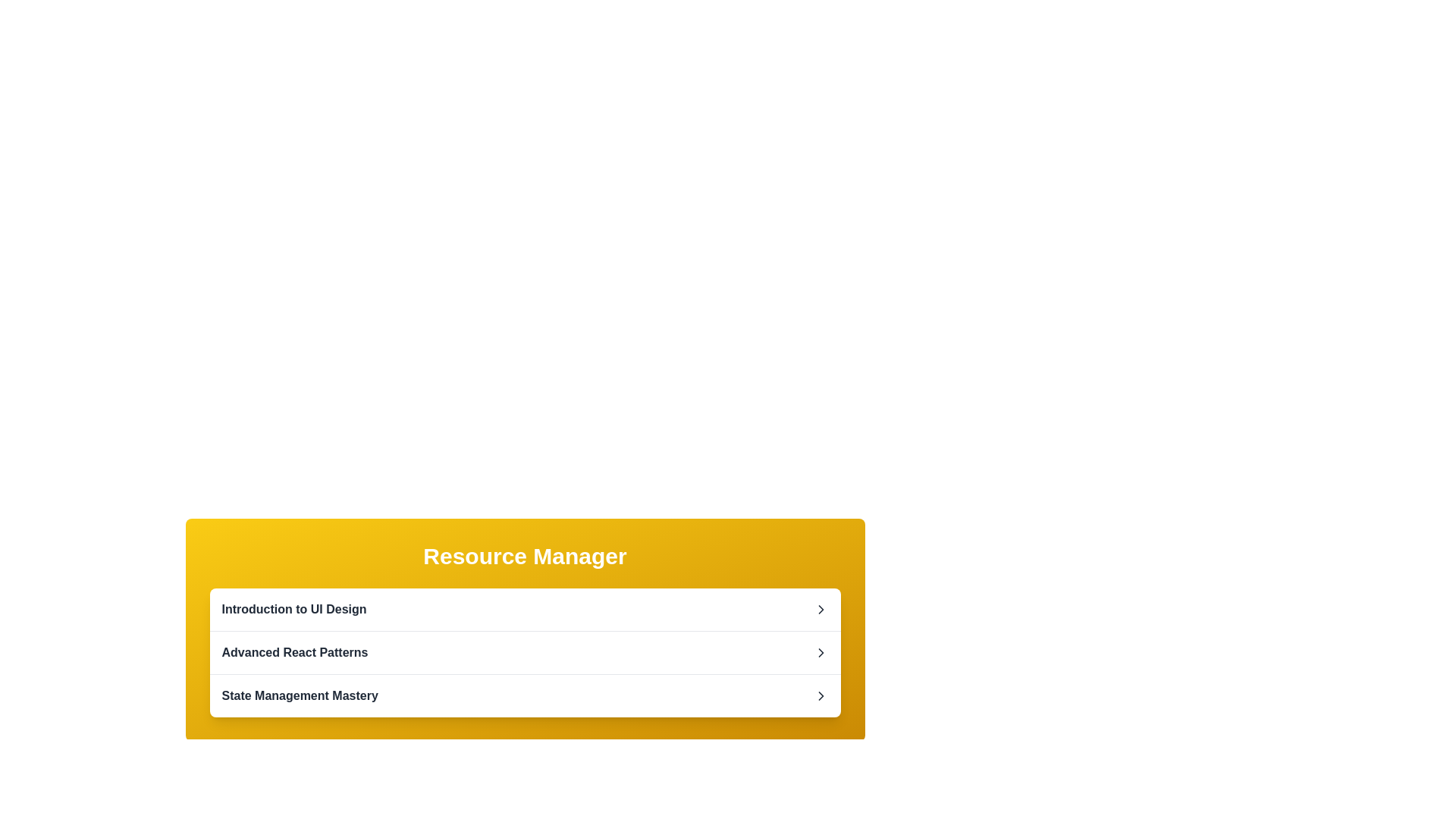  Describe the element at coordinates (525, 651) in the screenshot. I see `the second list item in the vertical list labeled 'Advanced React Patterns'` at that location.